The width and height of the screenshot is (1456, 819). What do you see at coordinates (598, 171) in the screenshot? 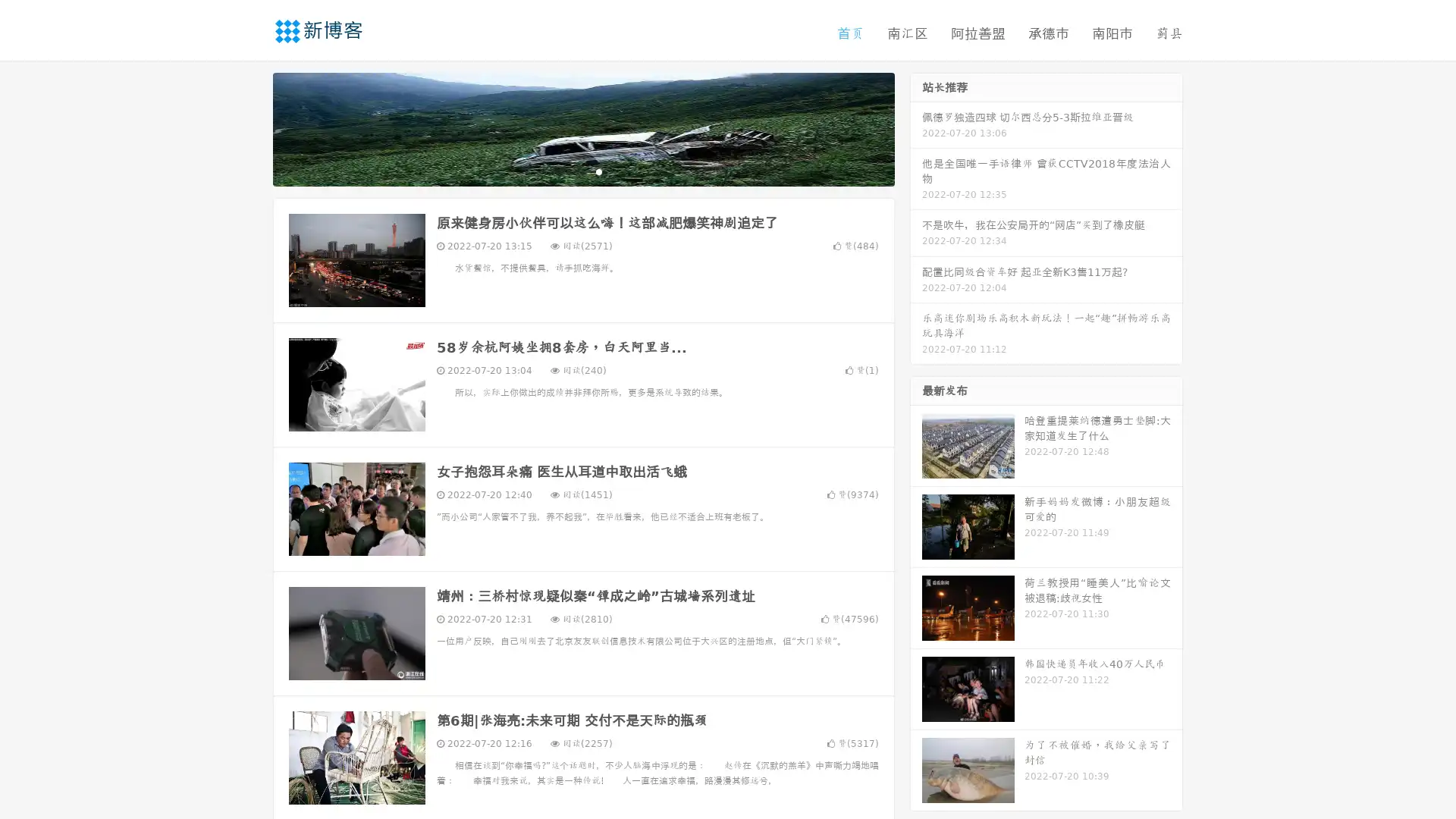
I see `Go to slide 3` at bounding box center [598, 171].